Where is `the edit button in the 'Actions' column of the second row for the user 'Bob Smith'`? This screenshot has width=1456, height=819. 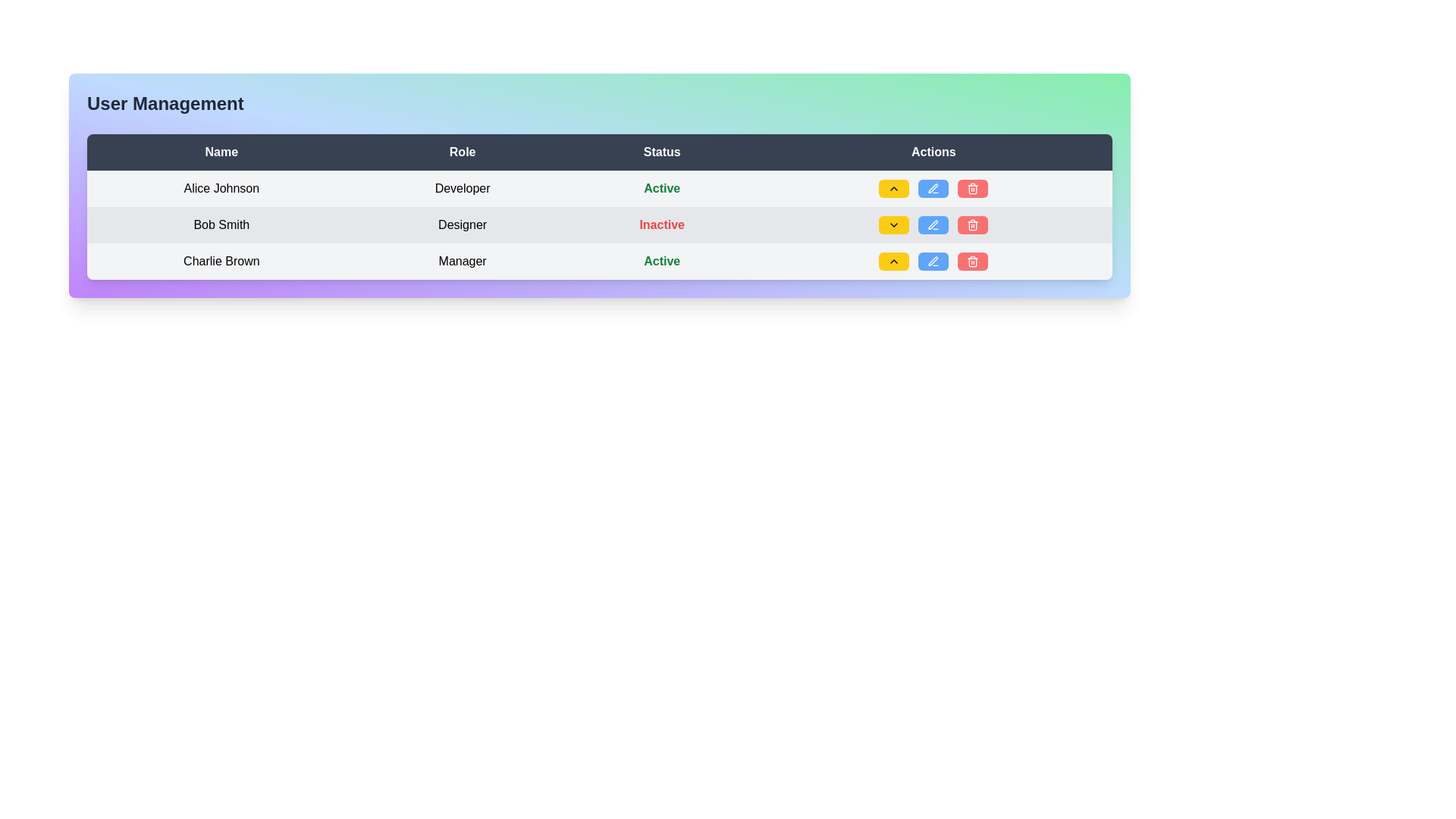
the edit button in the 'Actions' column of the second row for the user 'Bob Smith' is located at coordinates (933, 188).